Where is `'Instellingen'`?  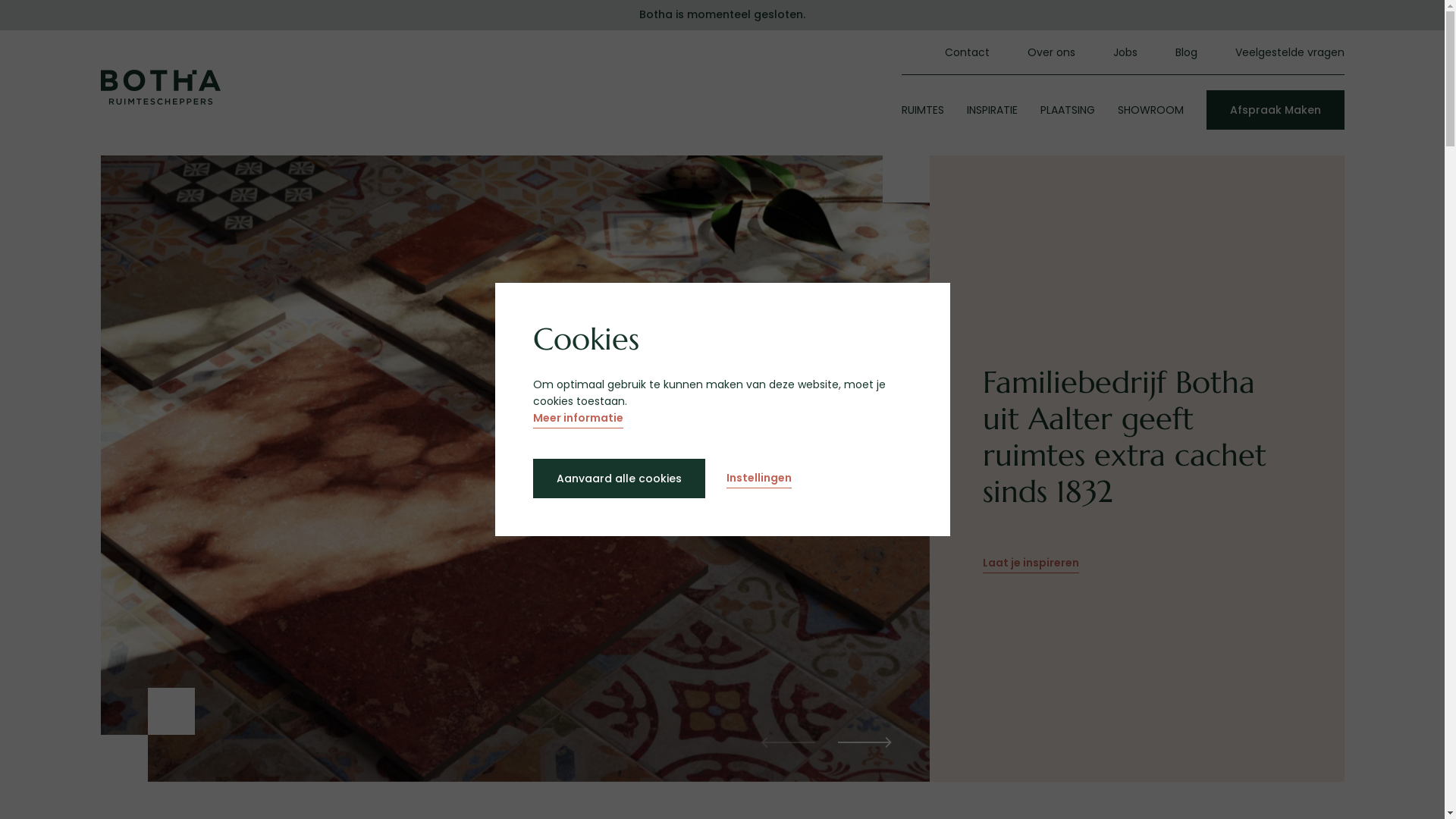
'Instellingen' is located at coordinates (726, 479).